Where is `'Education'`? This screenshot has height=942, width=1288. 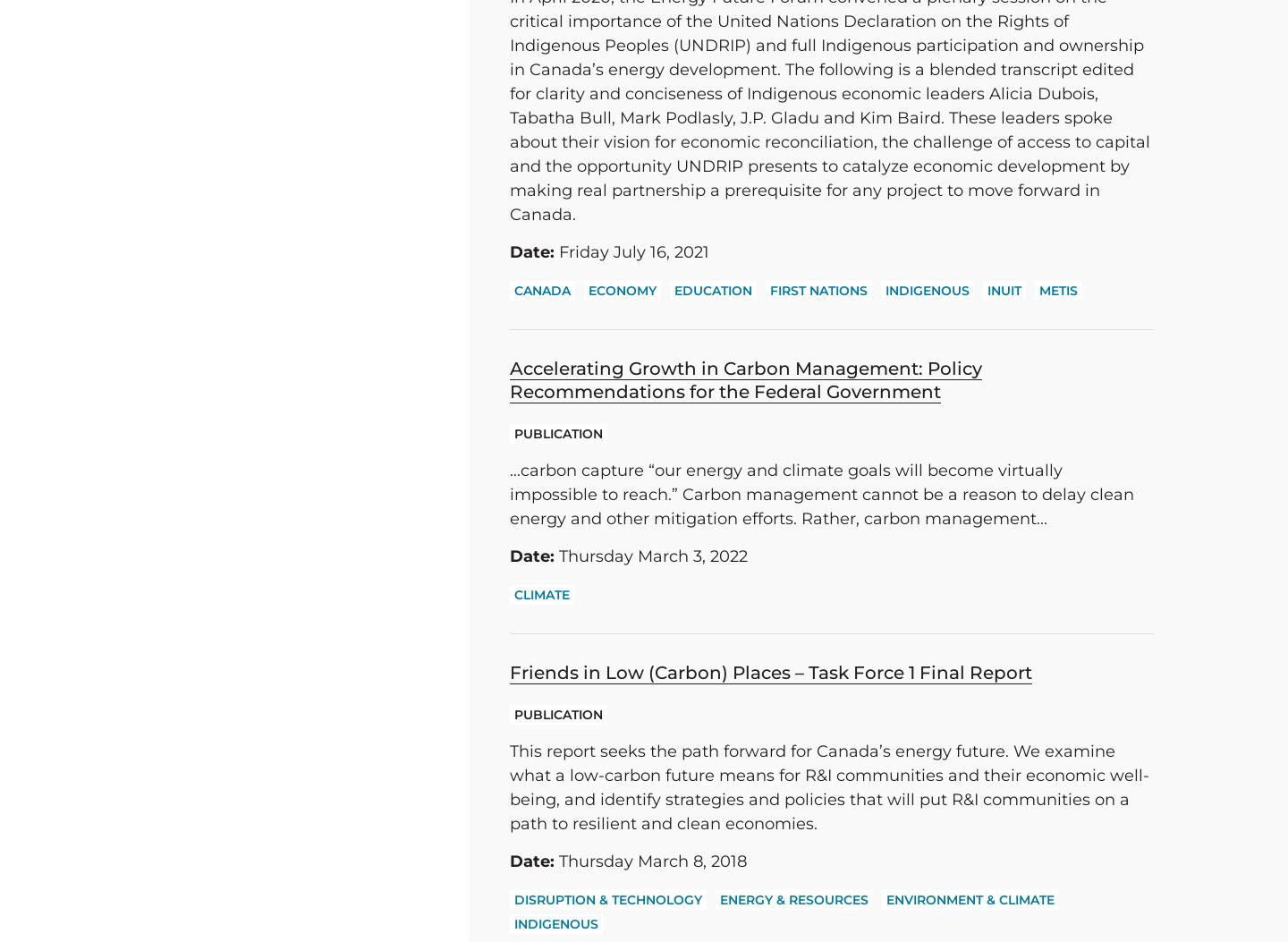 'Education' is located at coordinates (713, 290).